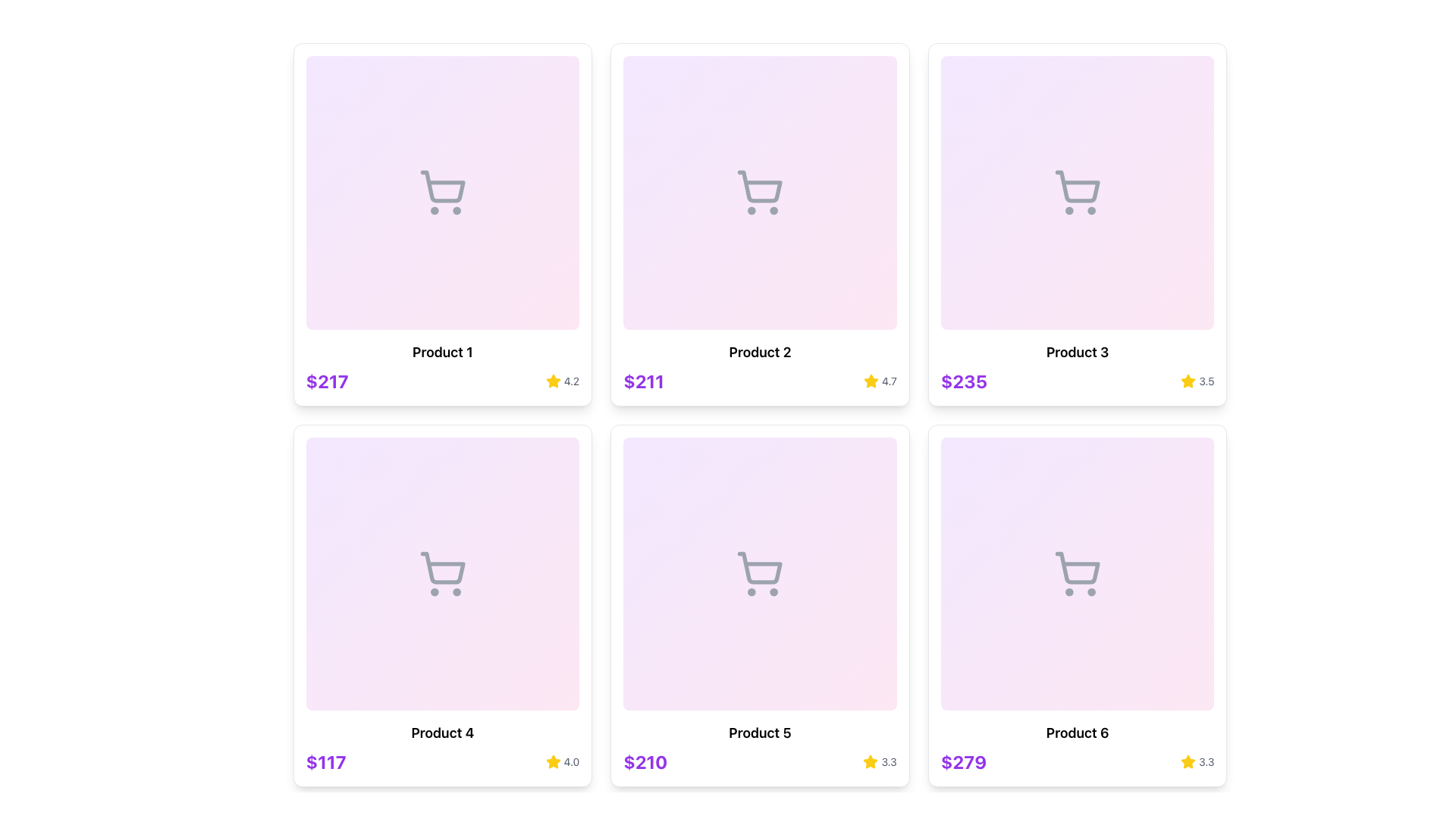 Image resolution: width=1456 pixels, height=819 pixels. Describe the element at coordinates (552, 762) in the screenshot. I see `the rating represented by the star icon located at the bottom-right corner of the card for 'Product 4'` at that location.